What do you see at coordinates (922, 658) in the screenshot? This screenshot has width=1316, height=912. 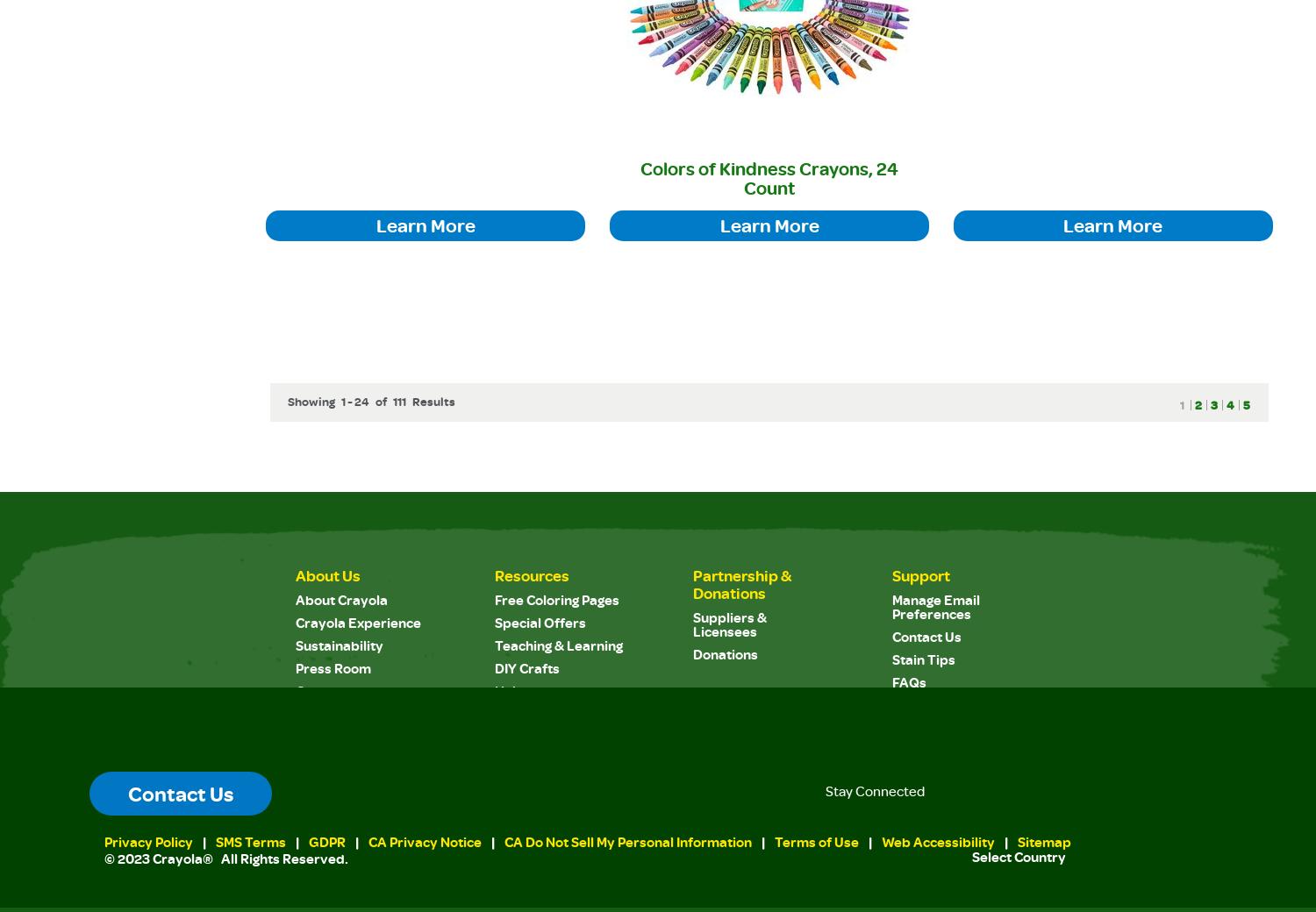 I see `'Stain Tips'` at bounding box center [922, 658].